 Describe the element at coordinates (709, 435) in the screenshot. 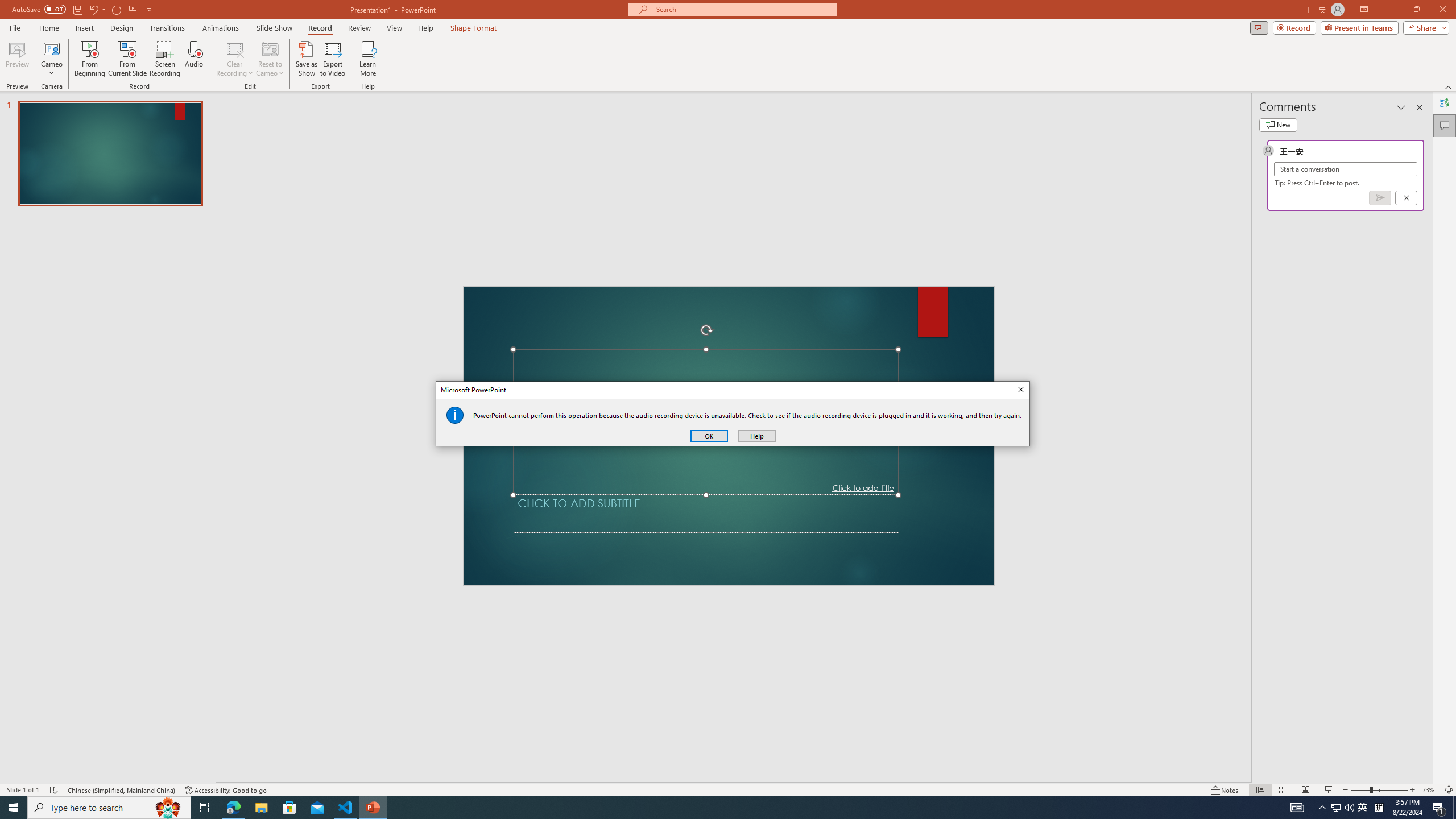

I see `'OK'` at that location.